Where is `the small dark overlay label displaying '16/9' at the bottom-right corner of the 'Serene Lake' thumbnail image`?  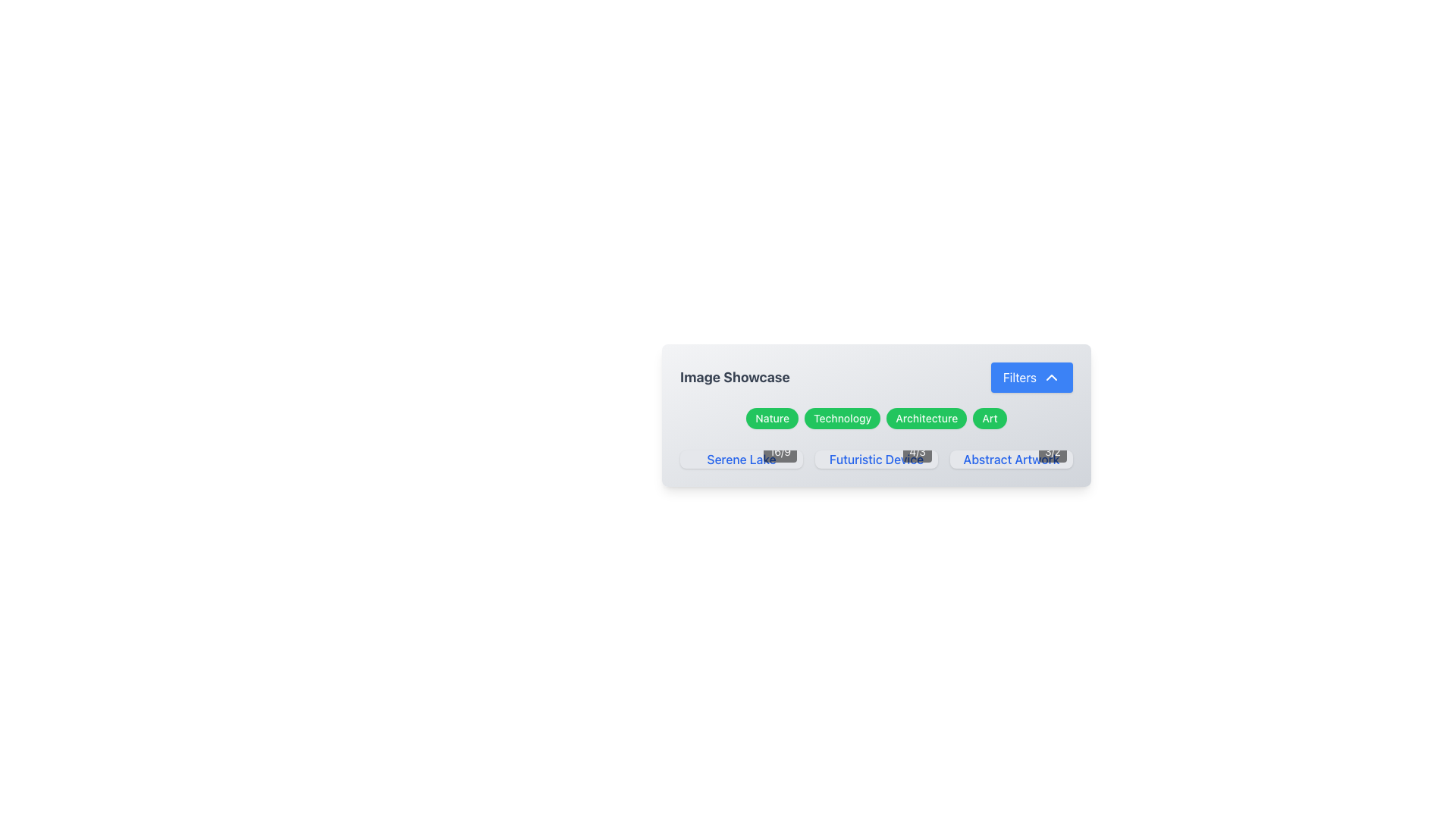 the small dark overlay label displaying '16/9' at the bottom-right corner of the 'Serene Lake' thumbnail image is located at coordinates (780, 451).